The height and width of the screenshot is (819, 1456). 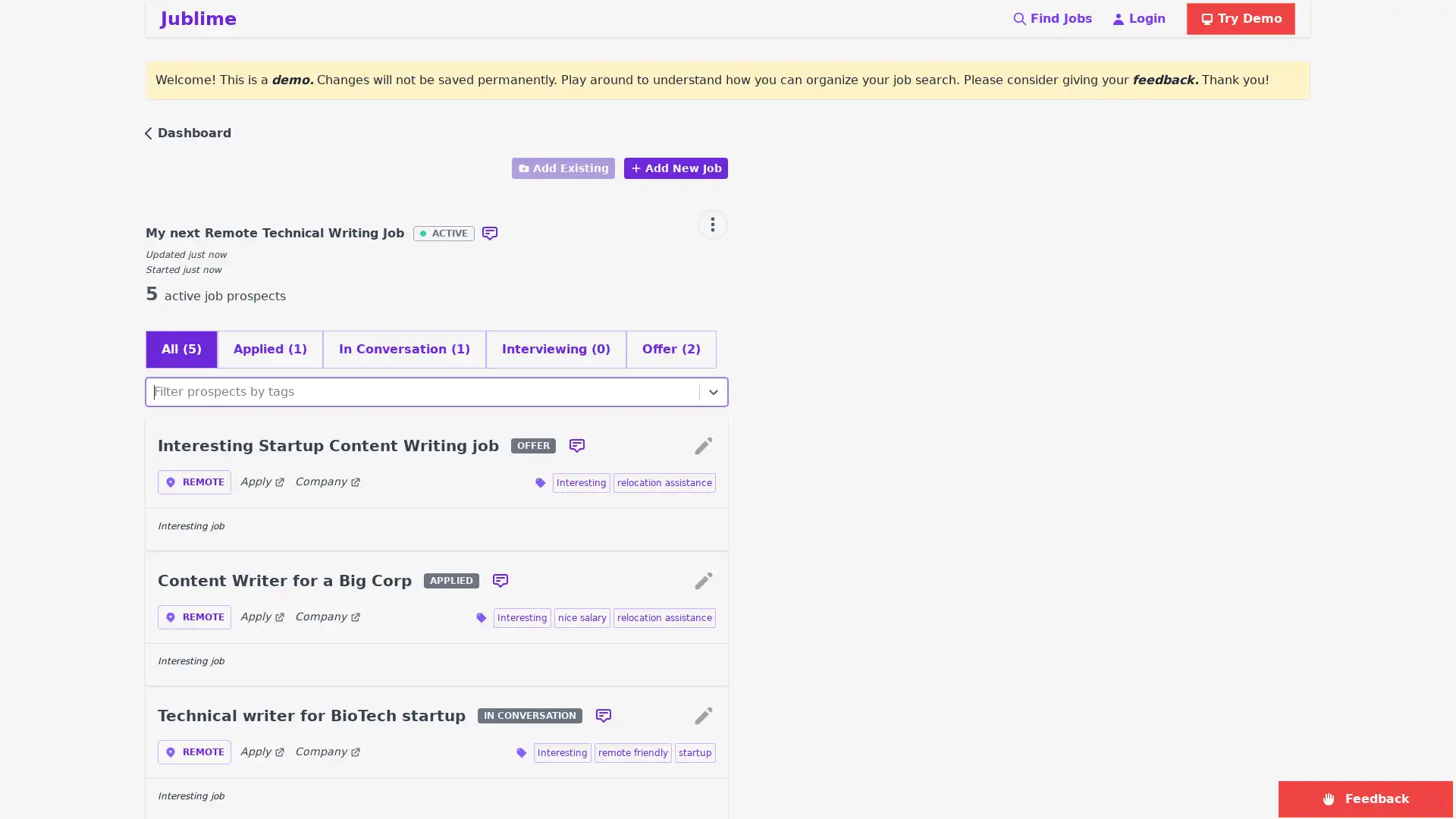 I want to click on Login, so click(x=1138, y=18).